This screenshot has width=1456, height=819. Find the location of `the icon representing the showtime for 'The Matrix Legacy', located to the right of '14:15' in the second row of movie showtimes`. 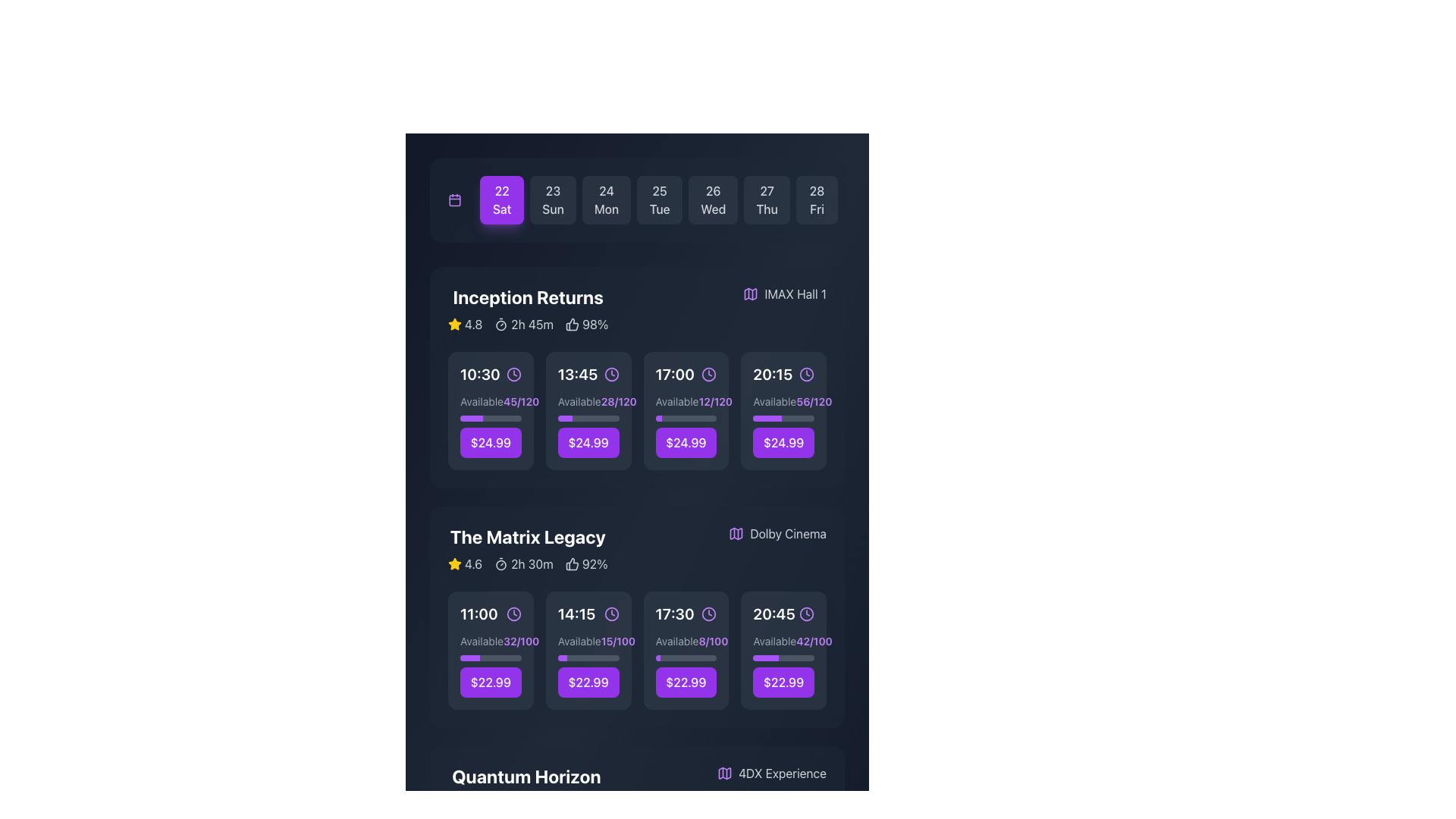

the icon representing the showtime for 'The Matrix Legacy', located to the right of '14:15' in the second row of movie showtimes is located at coordinates (611, 614).